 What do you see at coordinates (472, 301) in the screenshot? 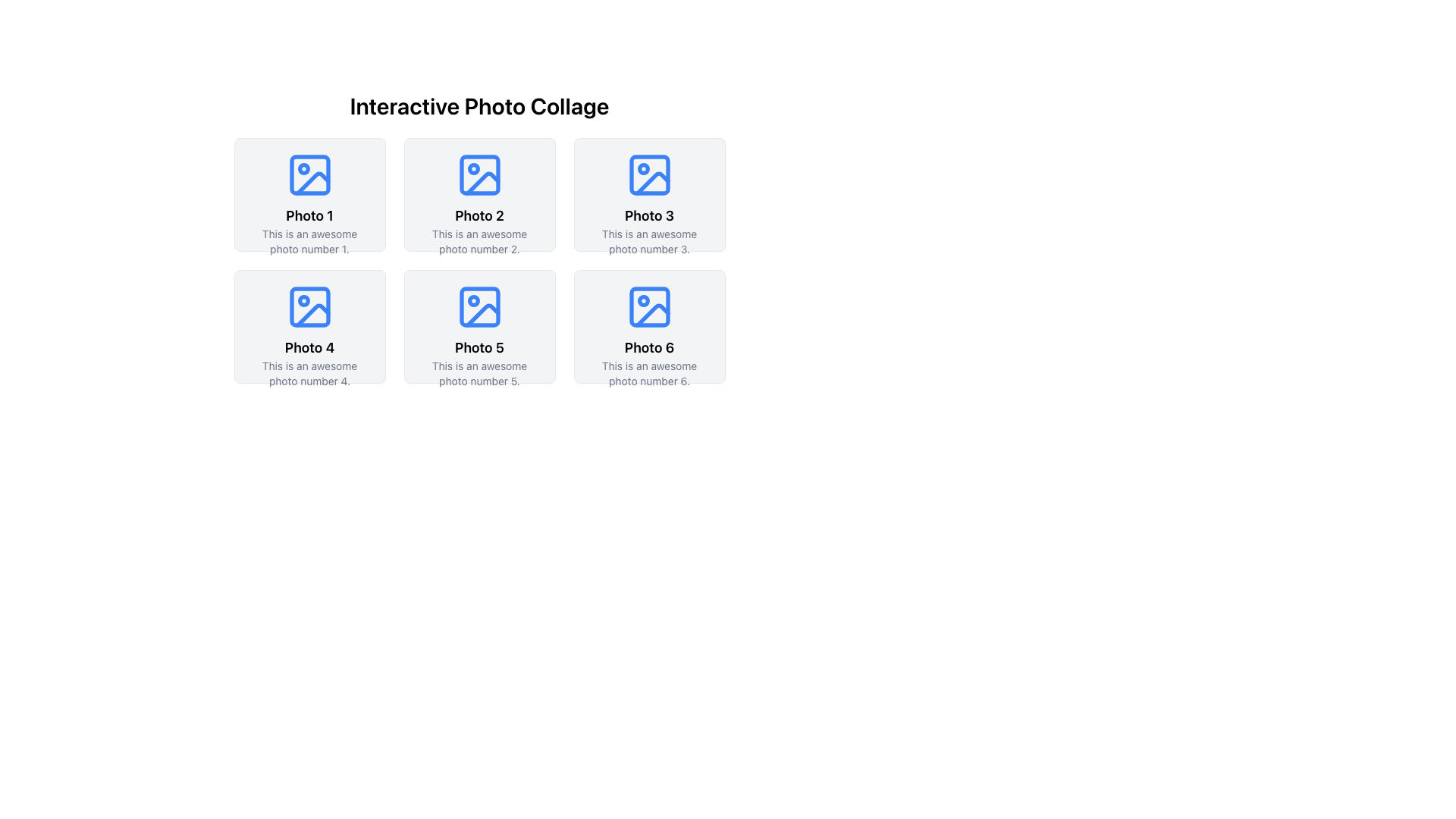
I see `the graphical marker located in the fifth photo section labeled 'Photo 5' in the second row of the 2x3 grid layout, which signifies a specific point of interest` at bounding box center [472, 301].